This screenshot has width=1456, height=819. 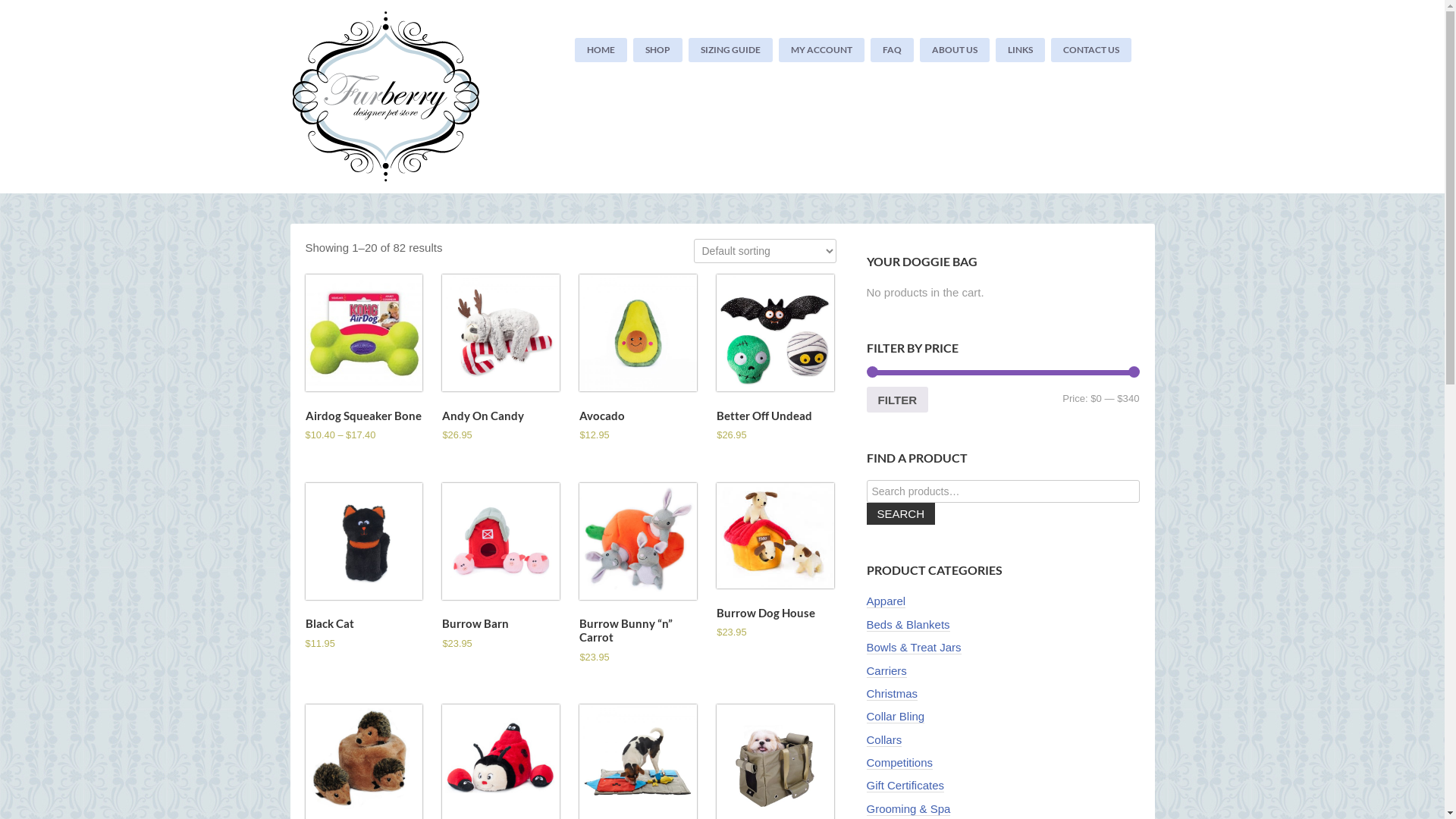 I want to click on 'Christmas', so click(x=892, y=693).